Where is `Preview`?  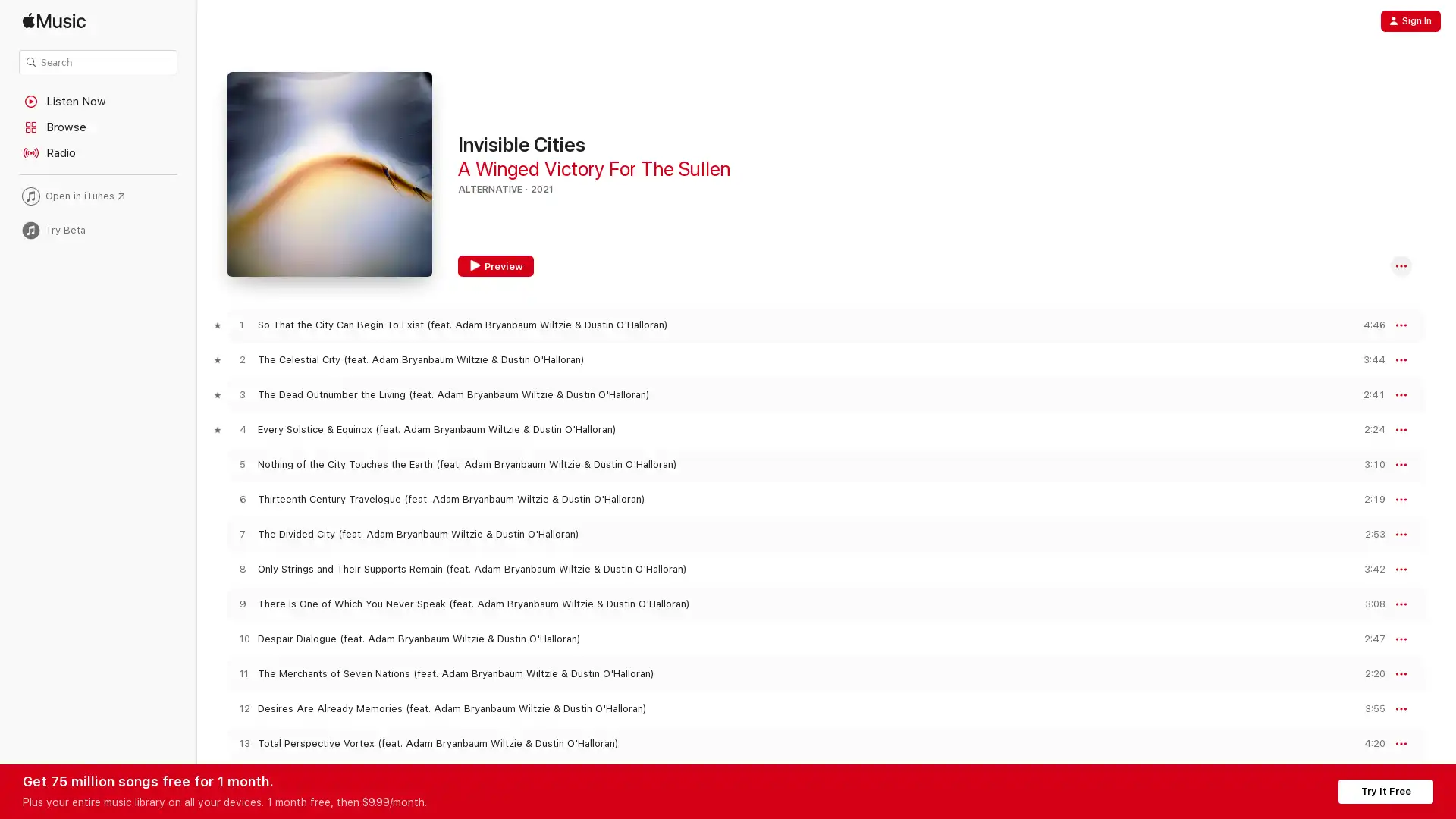
Preview is located at coordinates (1368, 639).